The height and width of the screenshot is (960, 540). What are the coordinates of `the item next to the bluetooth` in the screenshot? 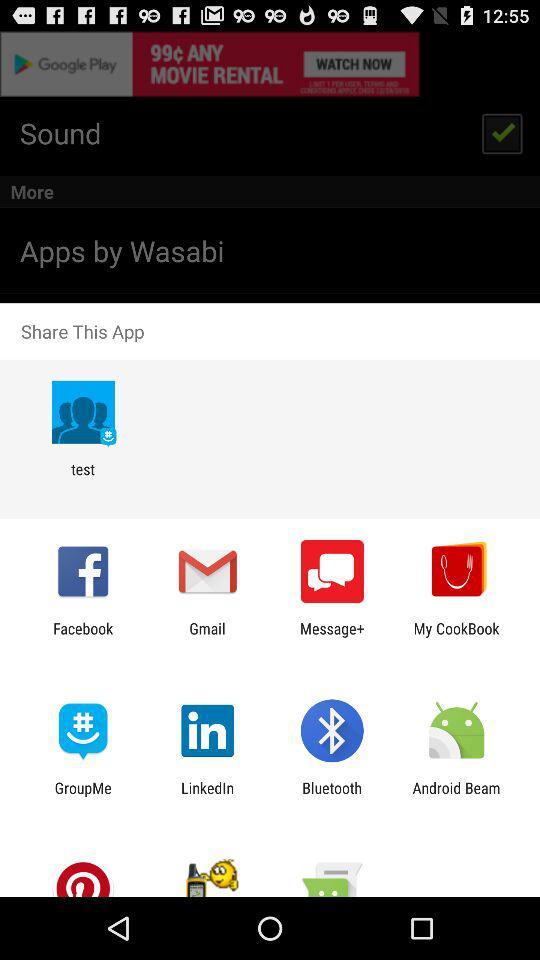 It's located at (206, 796).